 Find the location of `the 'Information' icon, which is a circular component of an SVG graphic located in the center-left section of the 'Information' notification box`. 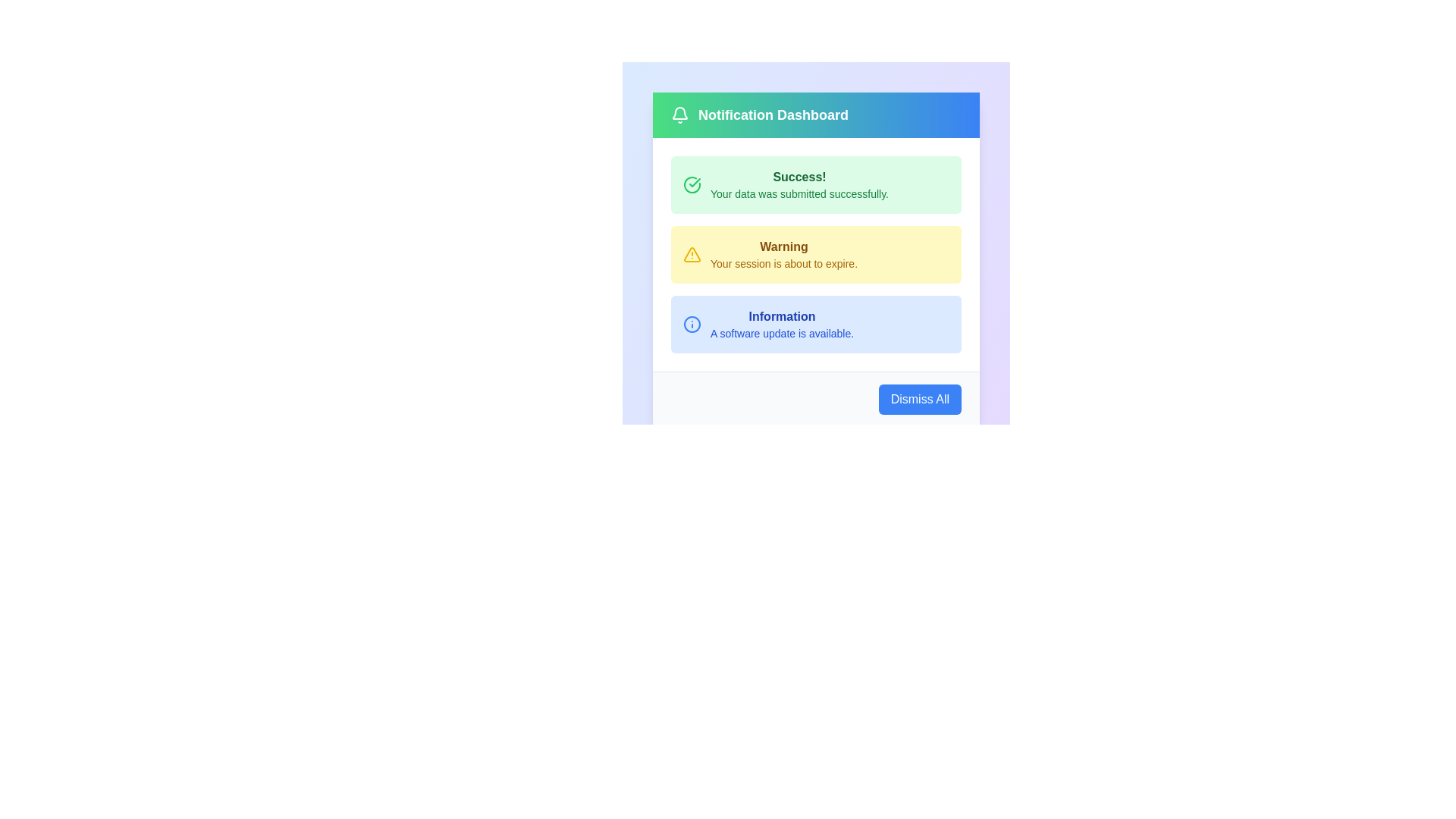

the 'Information' icon, which is a circular component of an SVG graphic located in the center-left section of the 'Information' notification box is located at coordinates (691, 324).